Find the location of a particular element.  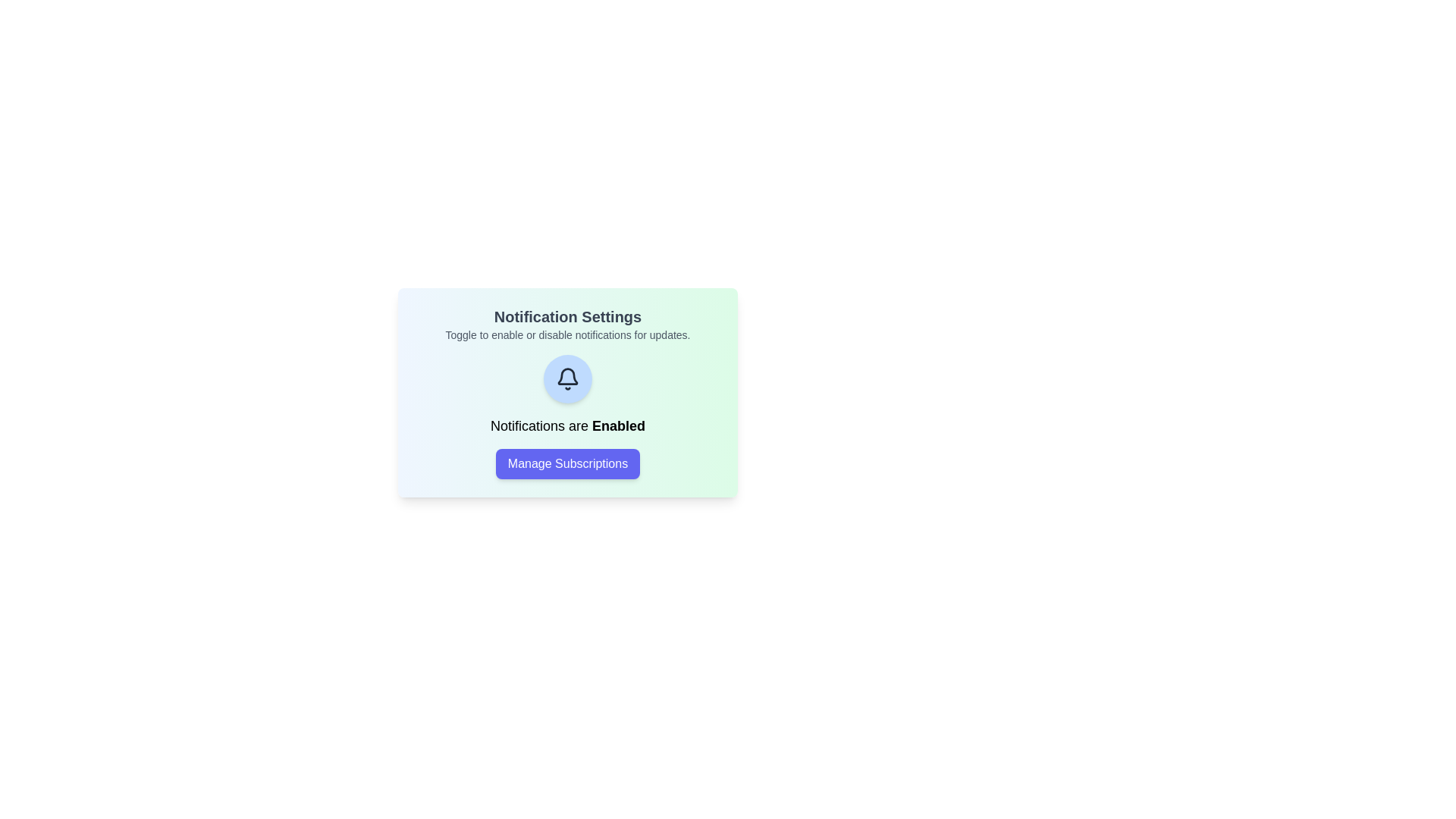

the 'Manage Subscriptions' button to open the subscription management interface is located at coordinates (566, 463).